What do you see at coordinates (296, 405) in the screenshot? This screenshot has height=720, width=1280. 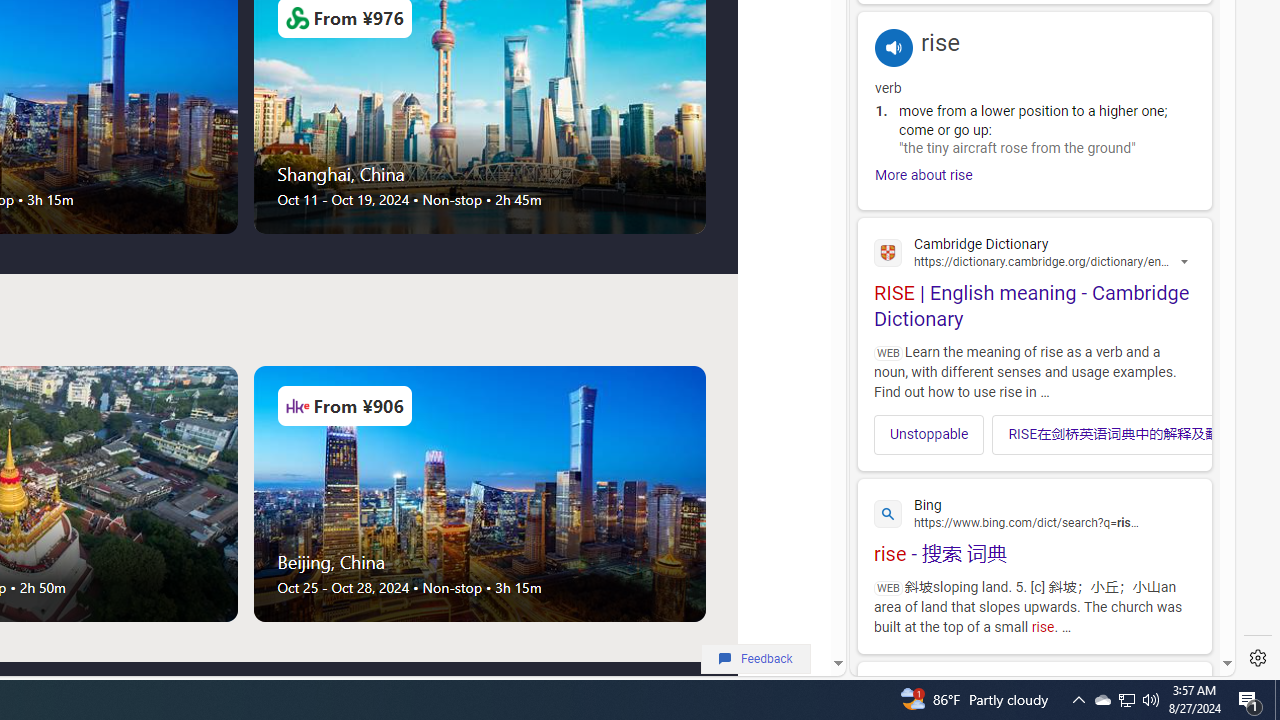 I see `'Airlines Logo'` at bounding box center [296, 405].